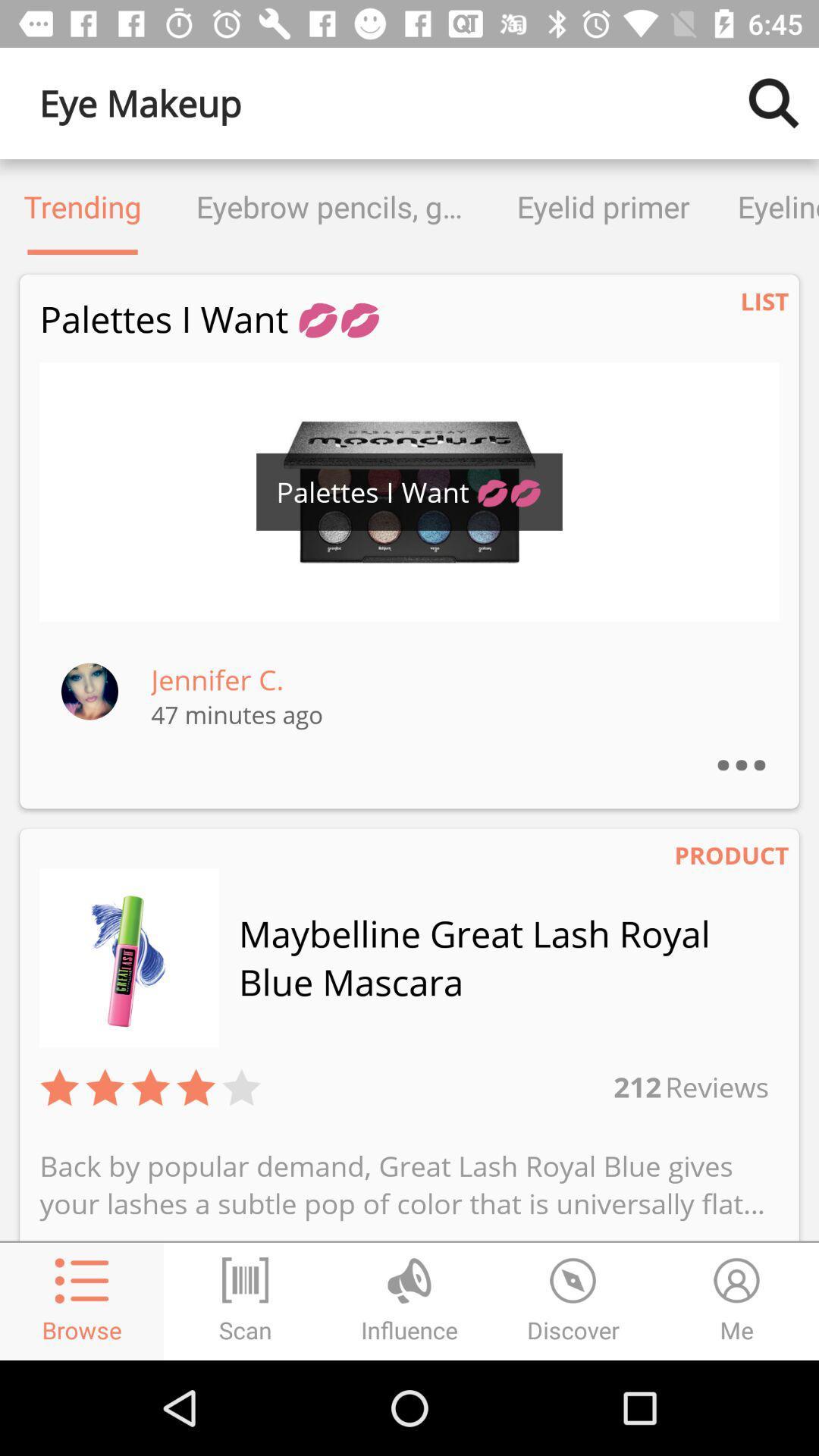 This screenshot has height=1456, width=819. I want to click on the time icon, so click(573, 1301).